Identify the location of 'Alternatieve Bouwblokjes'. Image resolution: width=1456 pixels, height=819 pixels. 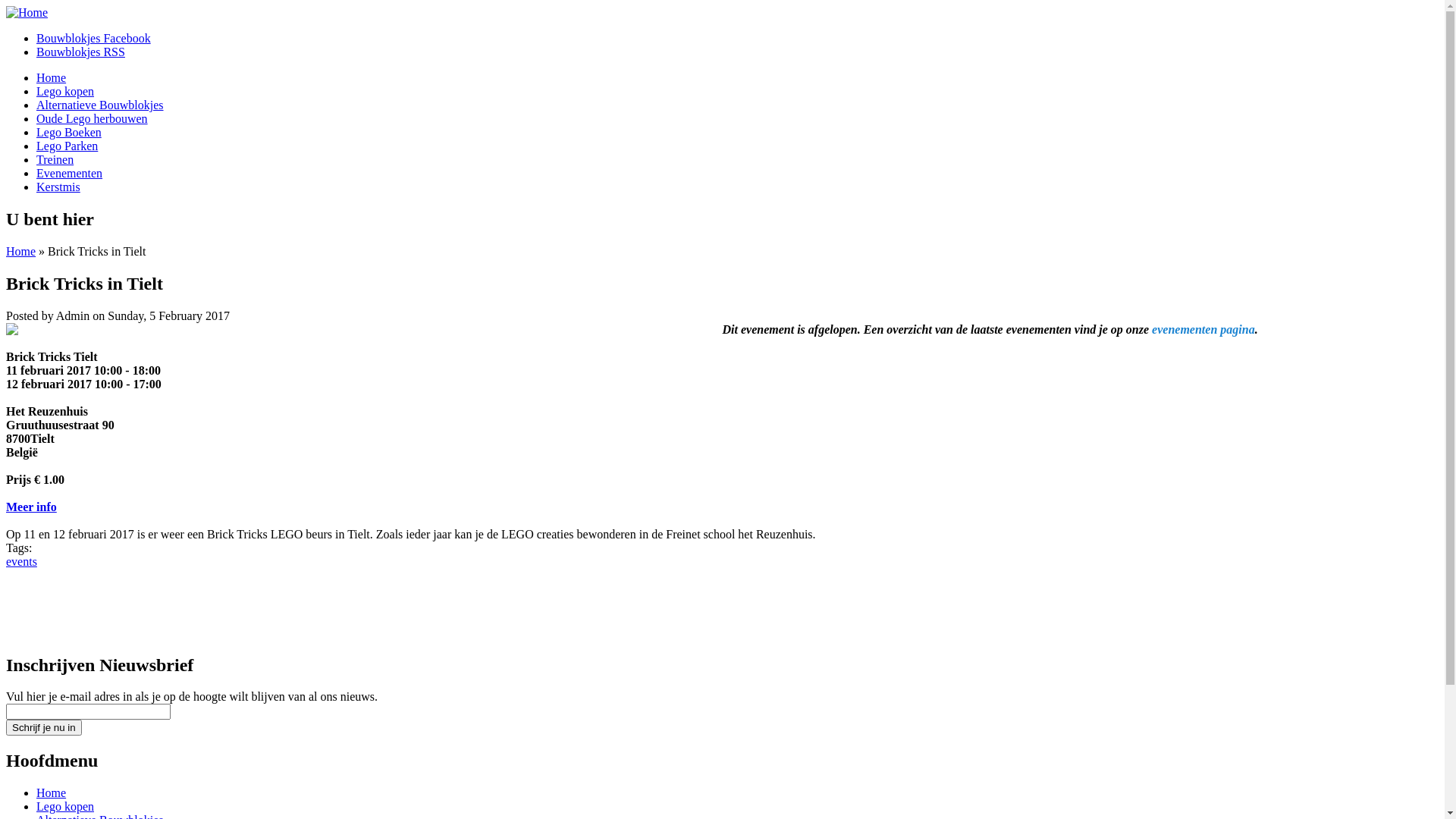
(99, 104).